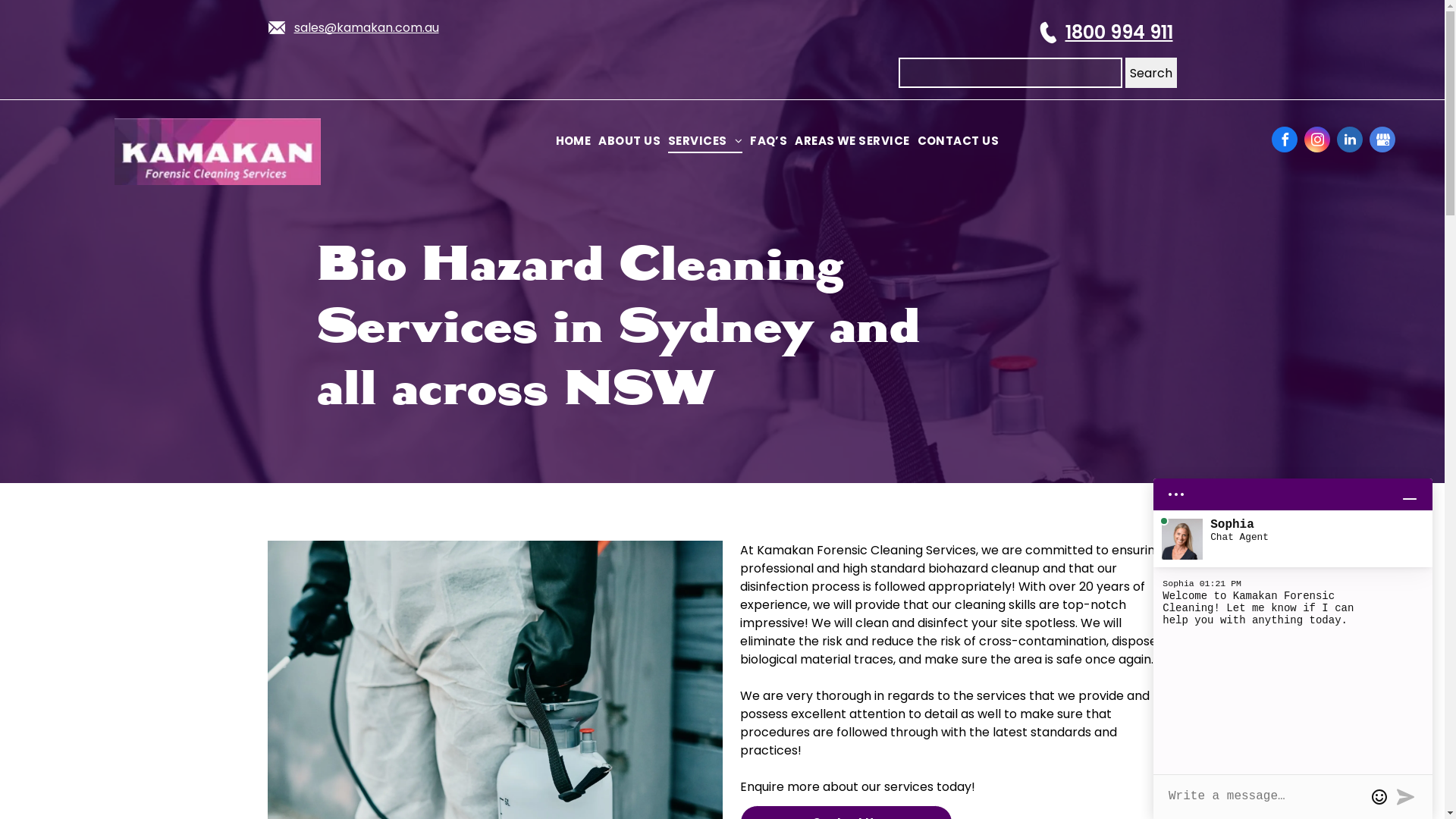 The height and width of the screenshot is (819, 1456). Describe the element at coordinates (573, 141) in the screenshot. I see `'HOME'` at that location.